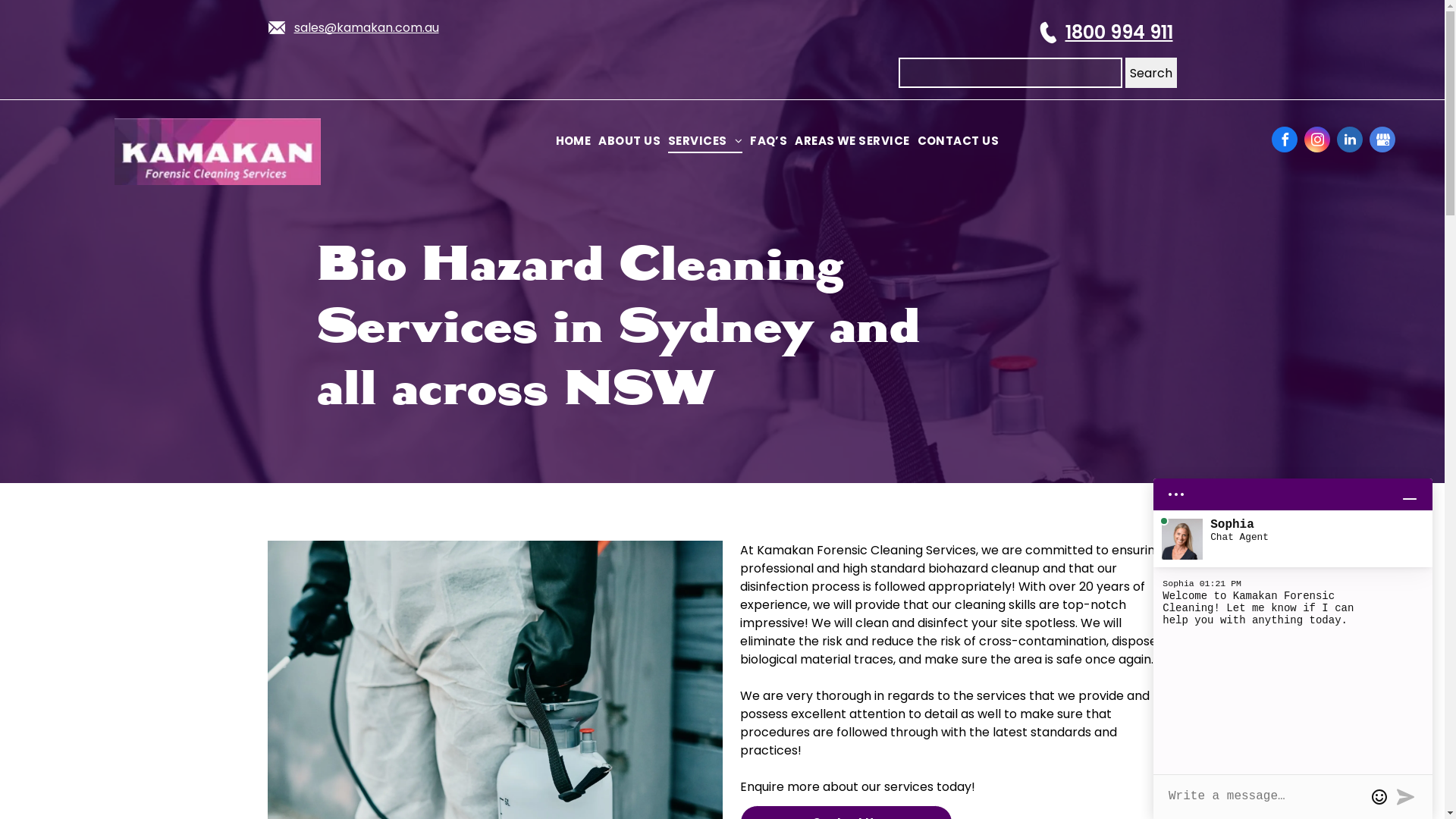 The height and width of the screenshot is (819, 1456). Describe the element at coordinates (573, 141) in the screenshot. I see `'HOME'` at that location.